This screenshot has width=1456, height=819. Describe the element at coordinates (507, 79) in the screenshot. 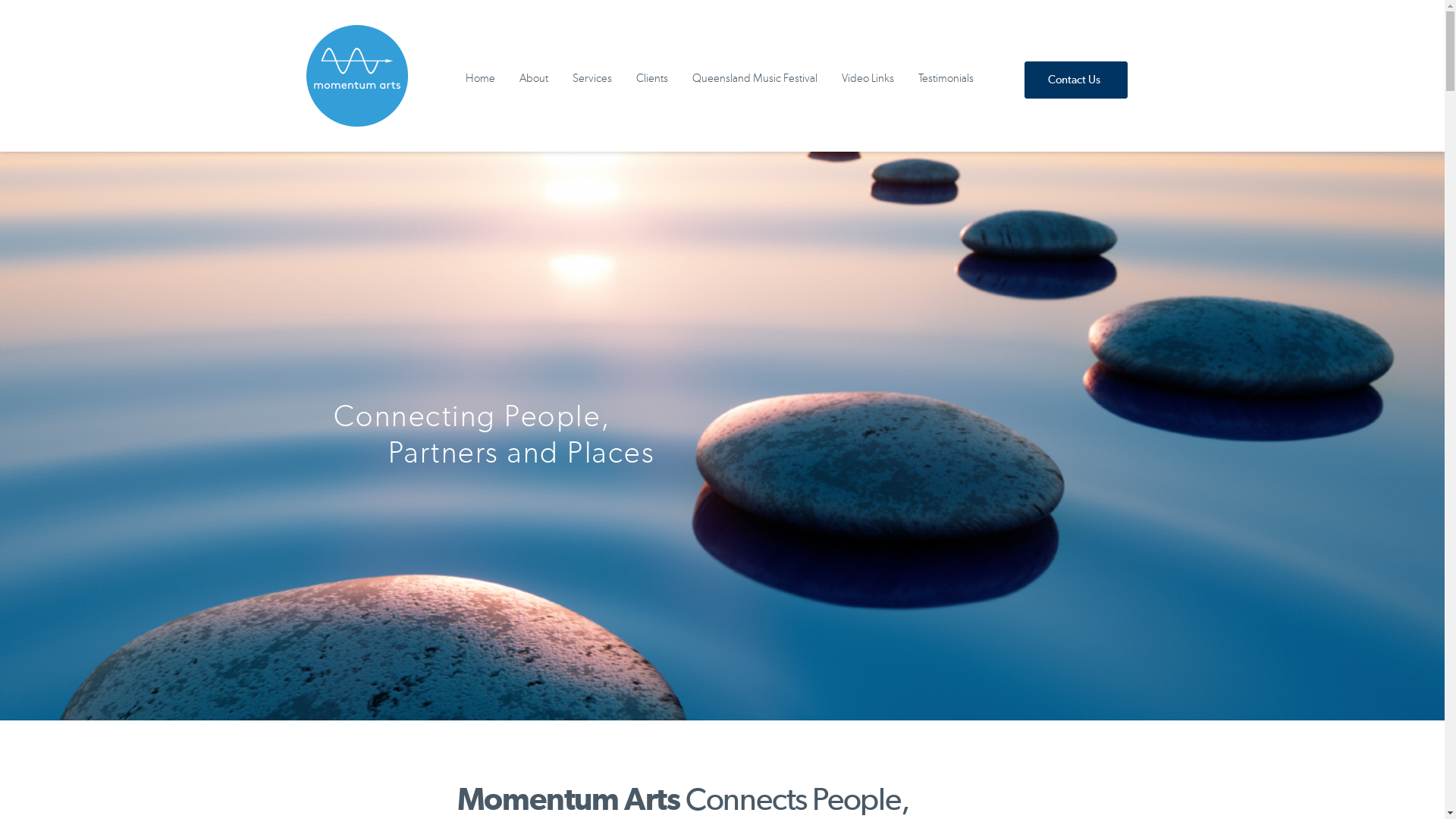

I see `'About'` at that location.